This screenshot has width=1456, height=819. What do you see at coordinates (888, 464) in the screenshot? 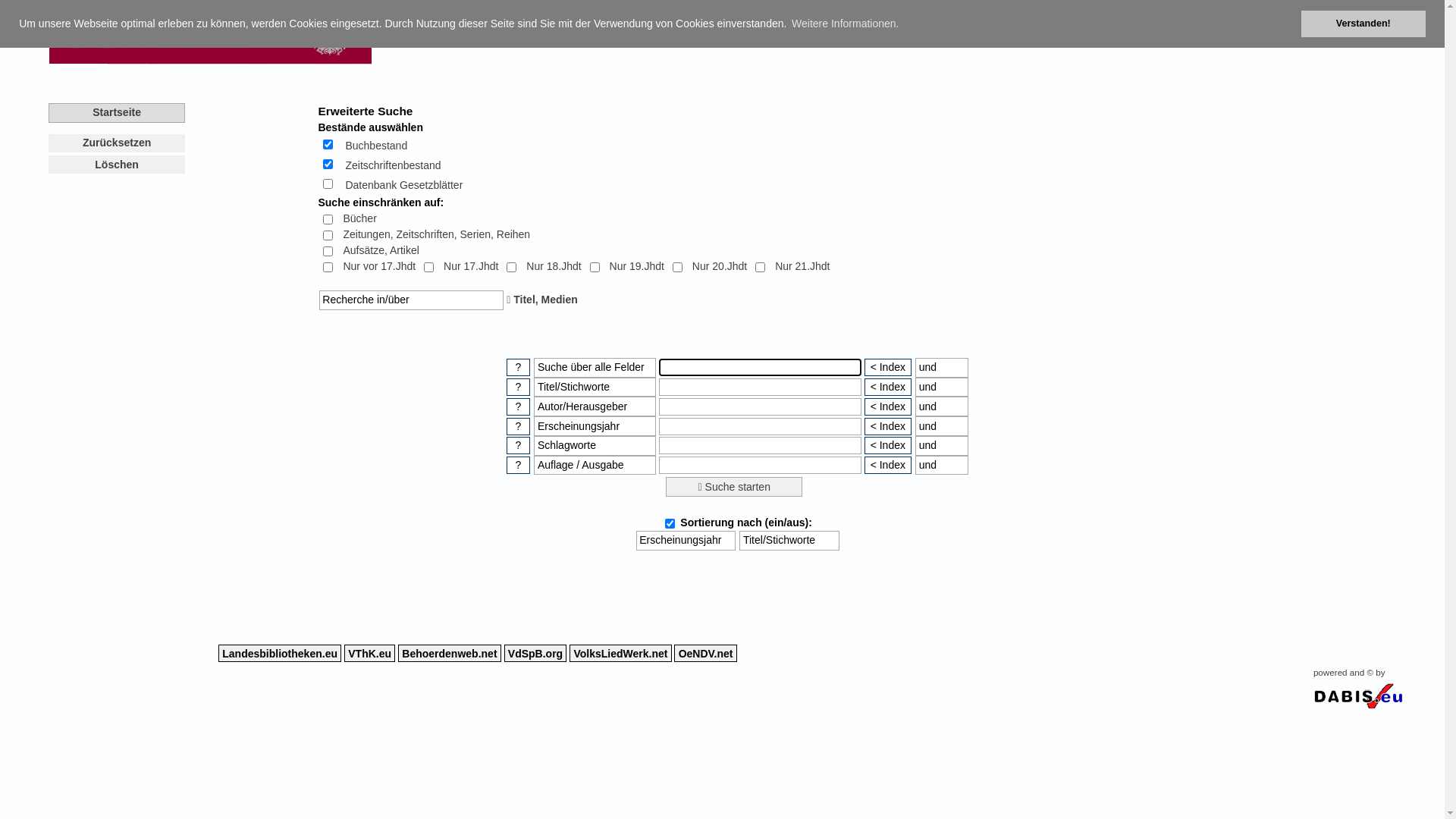
I see `'< Index'` at bounding box center [888, 464].